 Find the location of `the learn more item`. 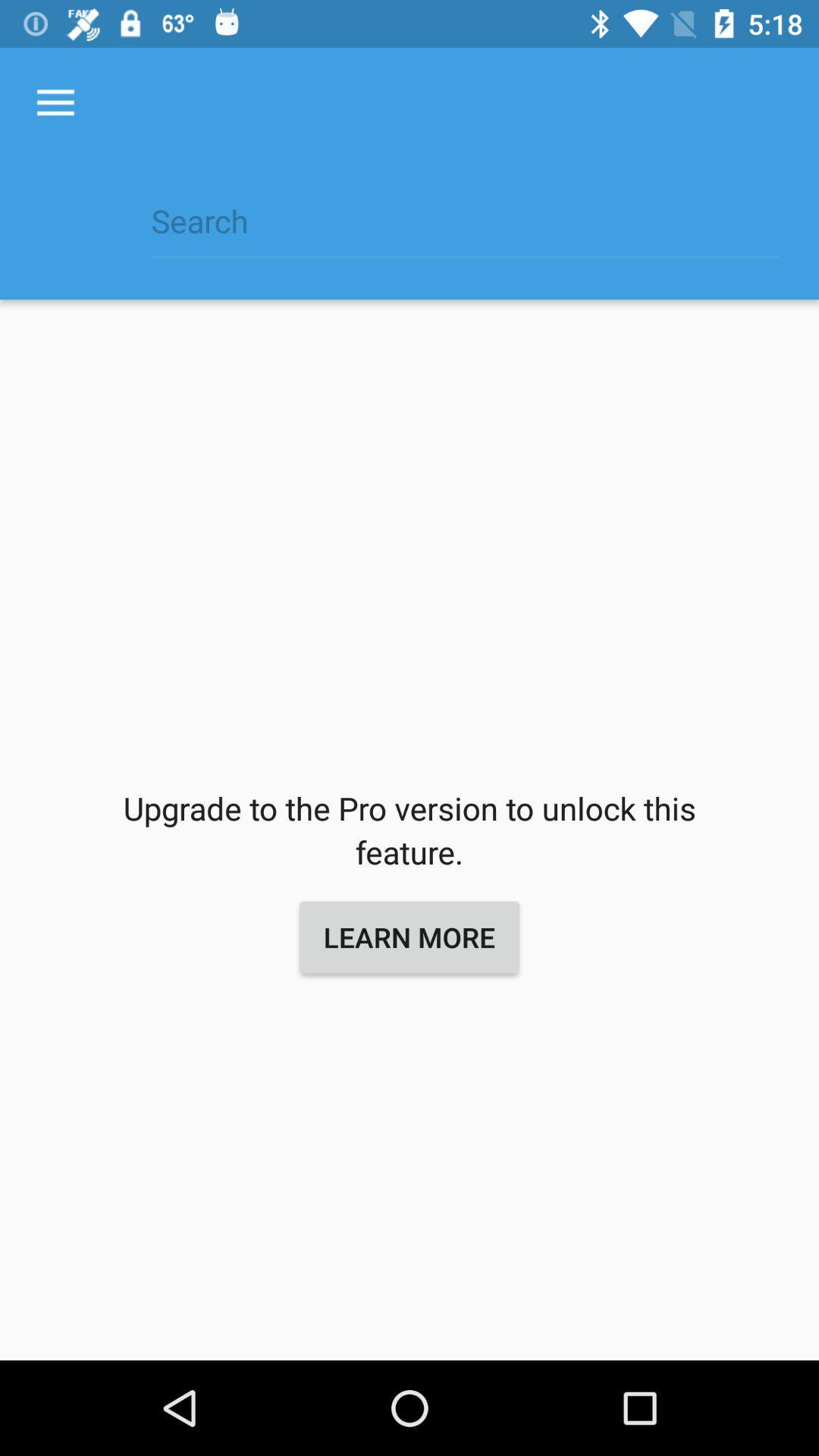

the learn more item is located at coordinates (409, 936).